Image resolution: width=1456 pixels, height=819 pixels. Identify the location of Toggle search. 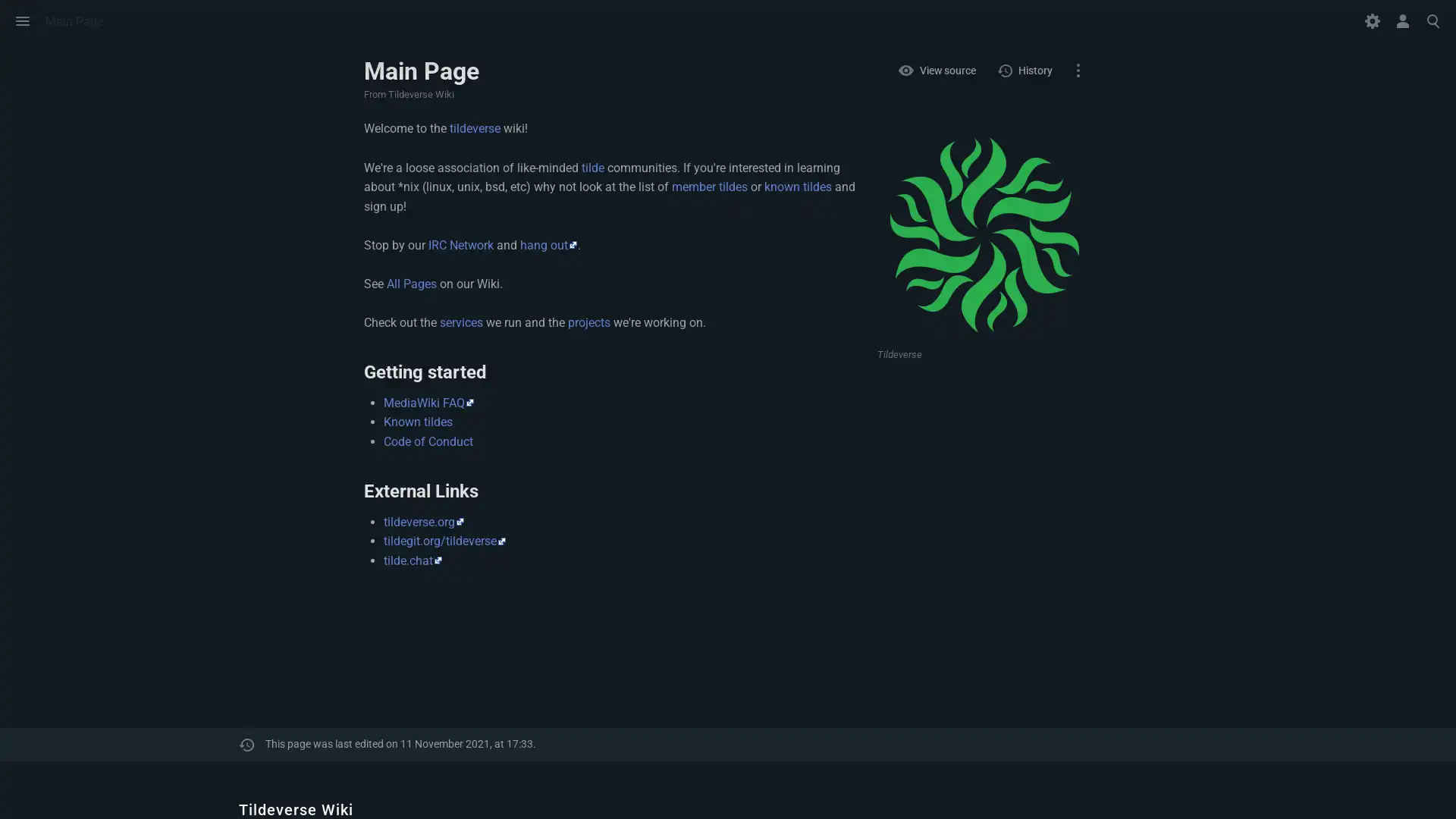
(1432, 20).